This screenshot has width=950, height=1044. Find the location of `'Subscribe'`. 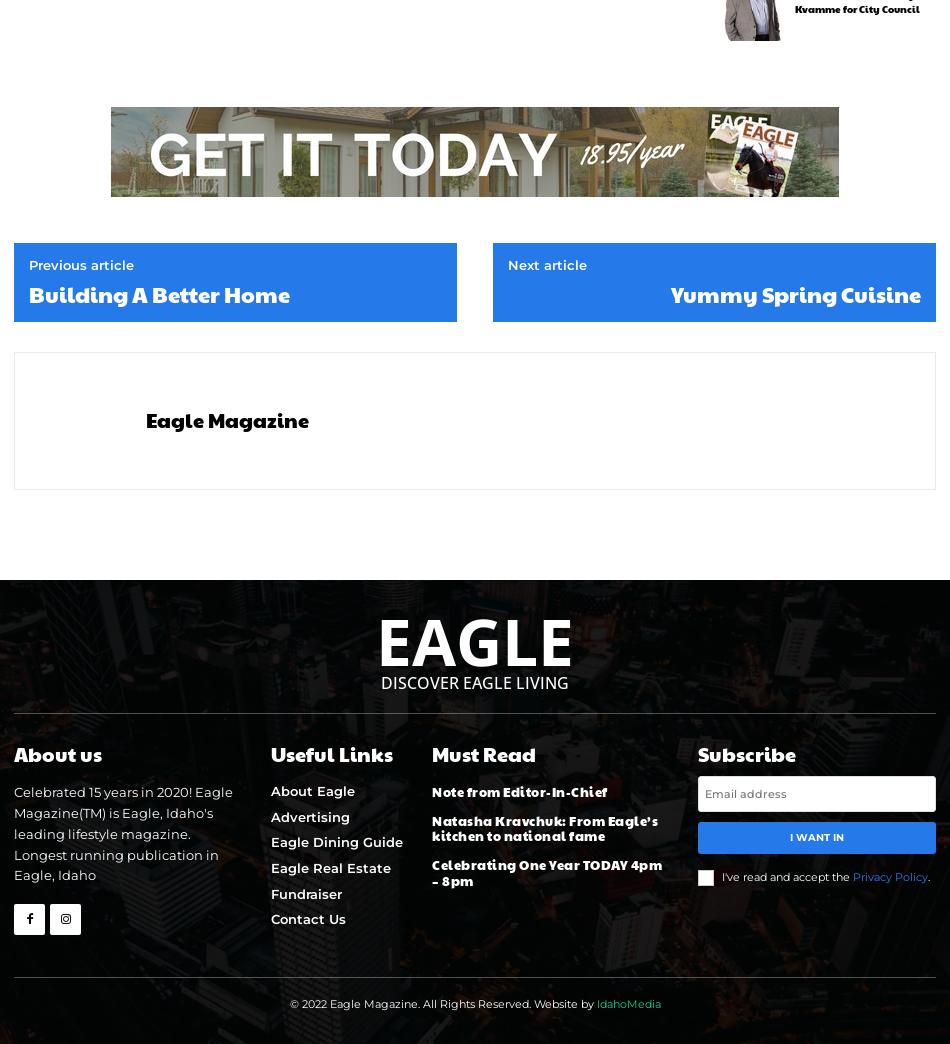

'Subscribe' is located at coordinates (745, 753).